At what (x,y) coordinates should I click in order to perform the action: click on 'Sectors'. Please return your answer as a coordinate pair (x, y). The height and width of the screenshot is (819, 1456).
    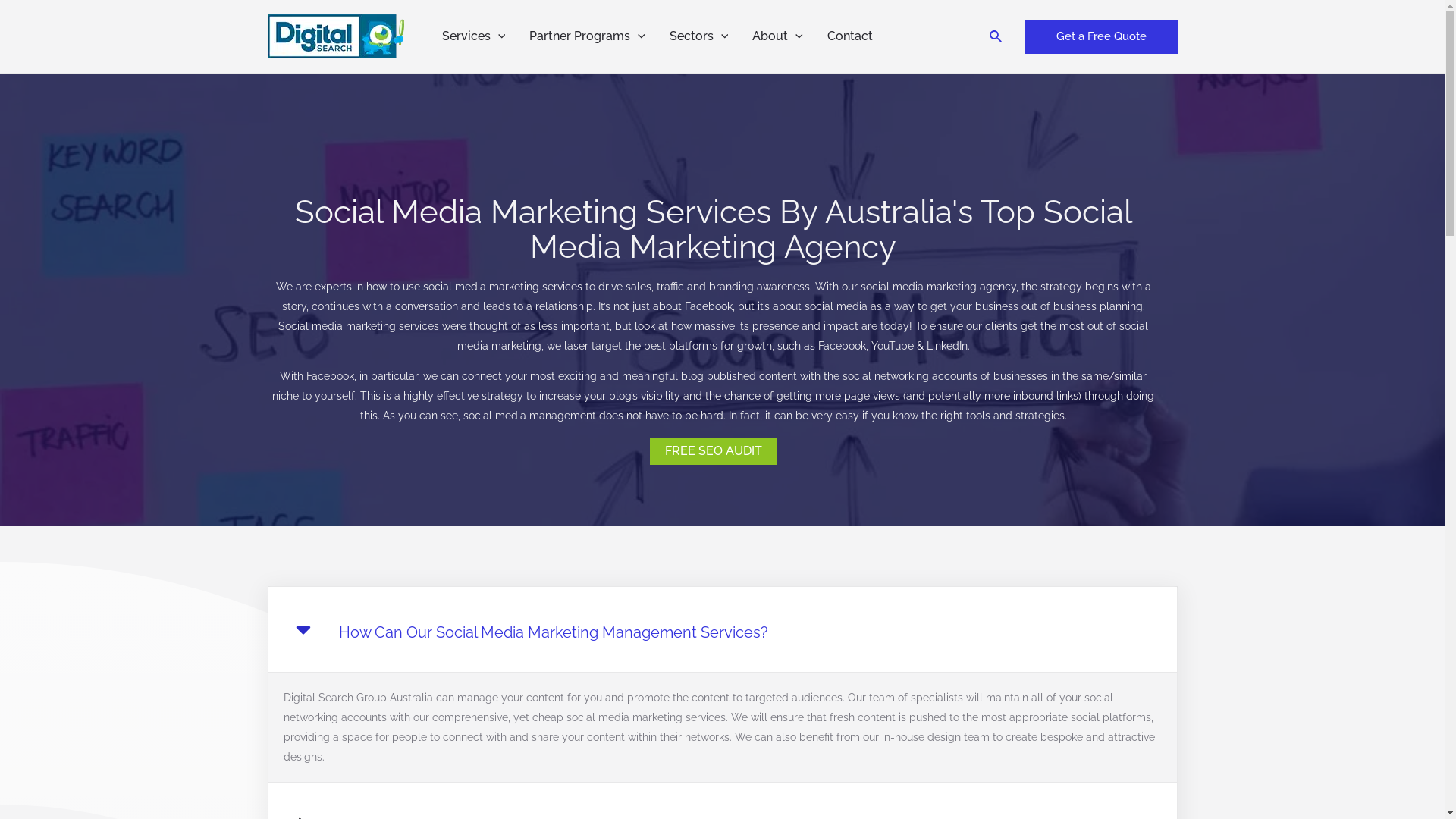
    Looking at the image, I should click on (698, 35).